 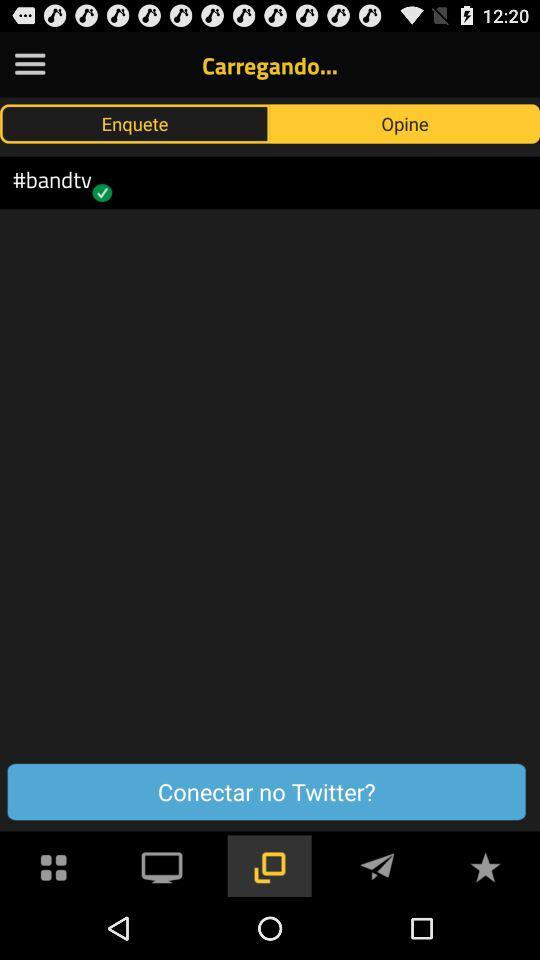 What do you see at coordinates (377, 864) in the screenshot?
I see `button below the conectar no twitter?` at bounding box center [377, 864].